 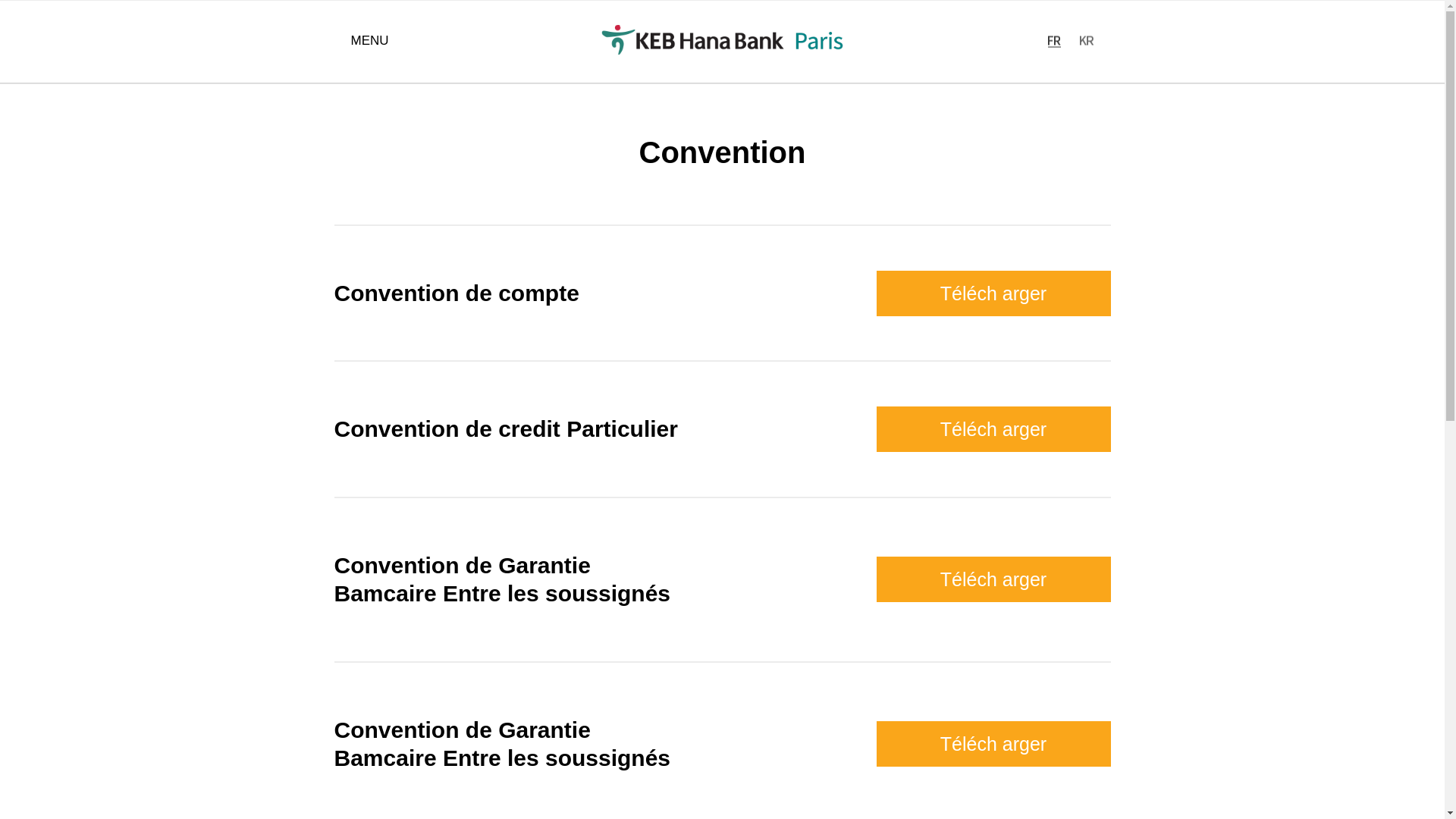 I want to click on 'KR', so click(x=1086, y=41).